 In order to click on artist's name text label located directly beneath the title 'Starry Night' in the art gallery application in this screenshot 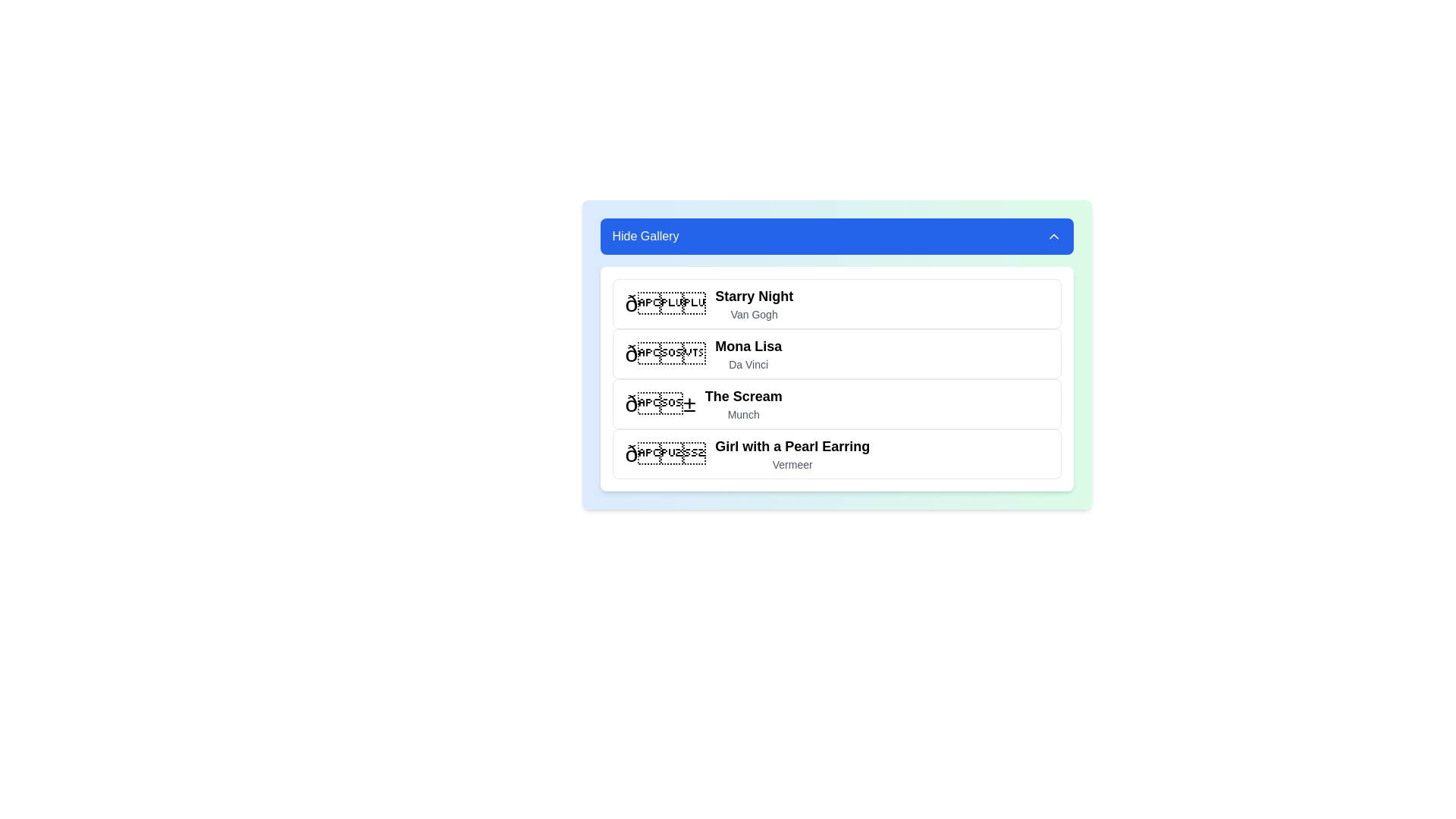, I will do `click(754, 314)`.